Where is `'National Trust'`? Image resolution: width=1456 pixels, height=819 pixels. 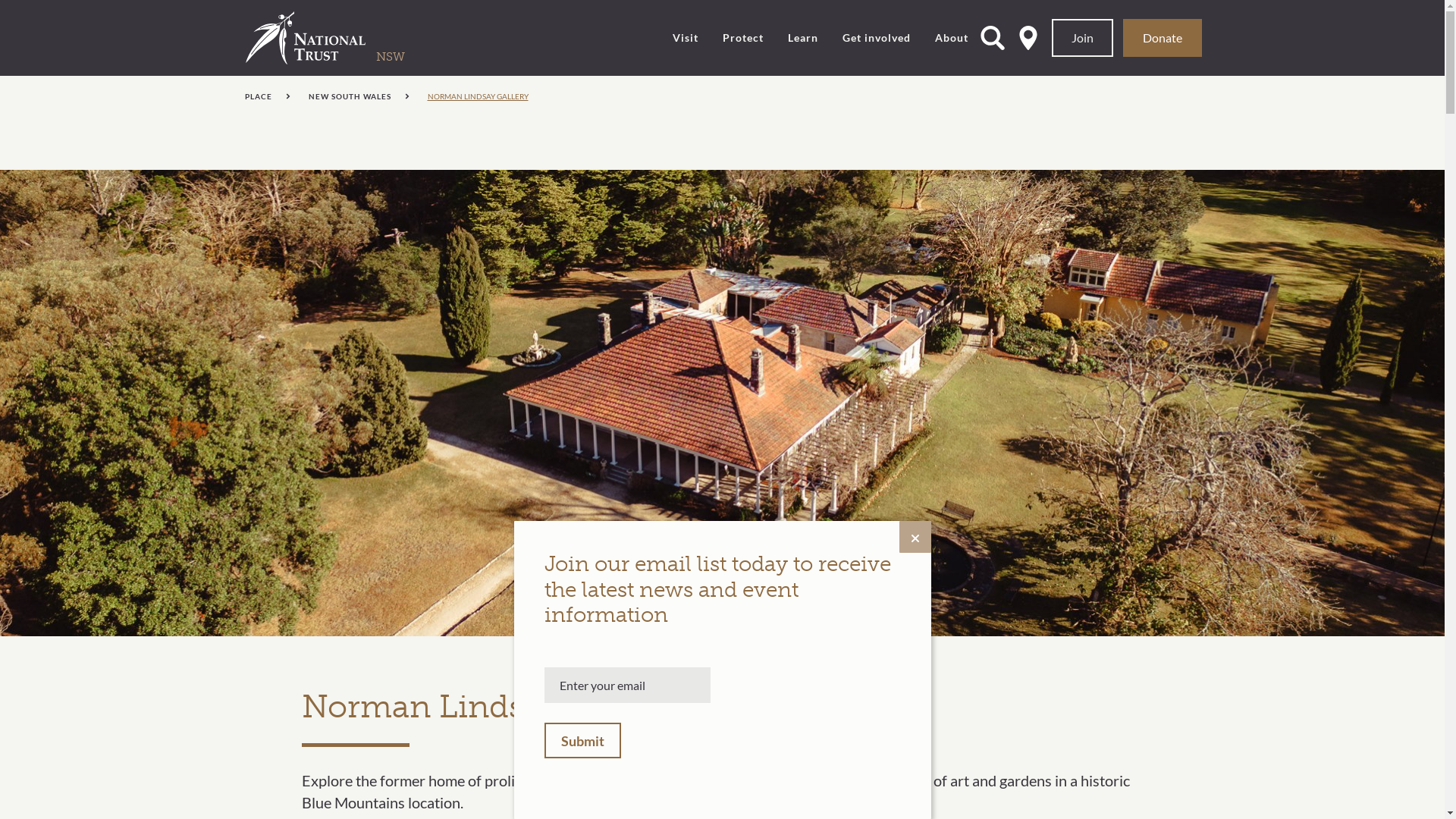
'National Trust' is located at coordinates (246, 37).